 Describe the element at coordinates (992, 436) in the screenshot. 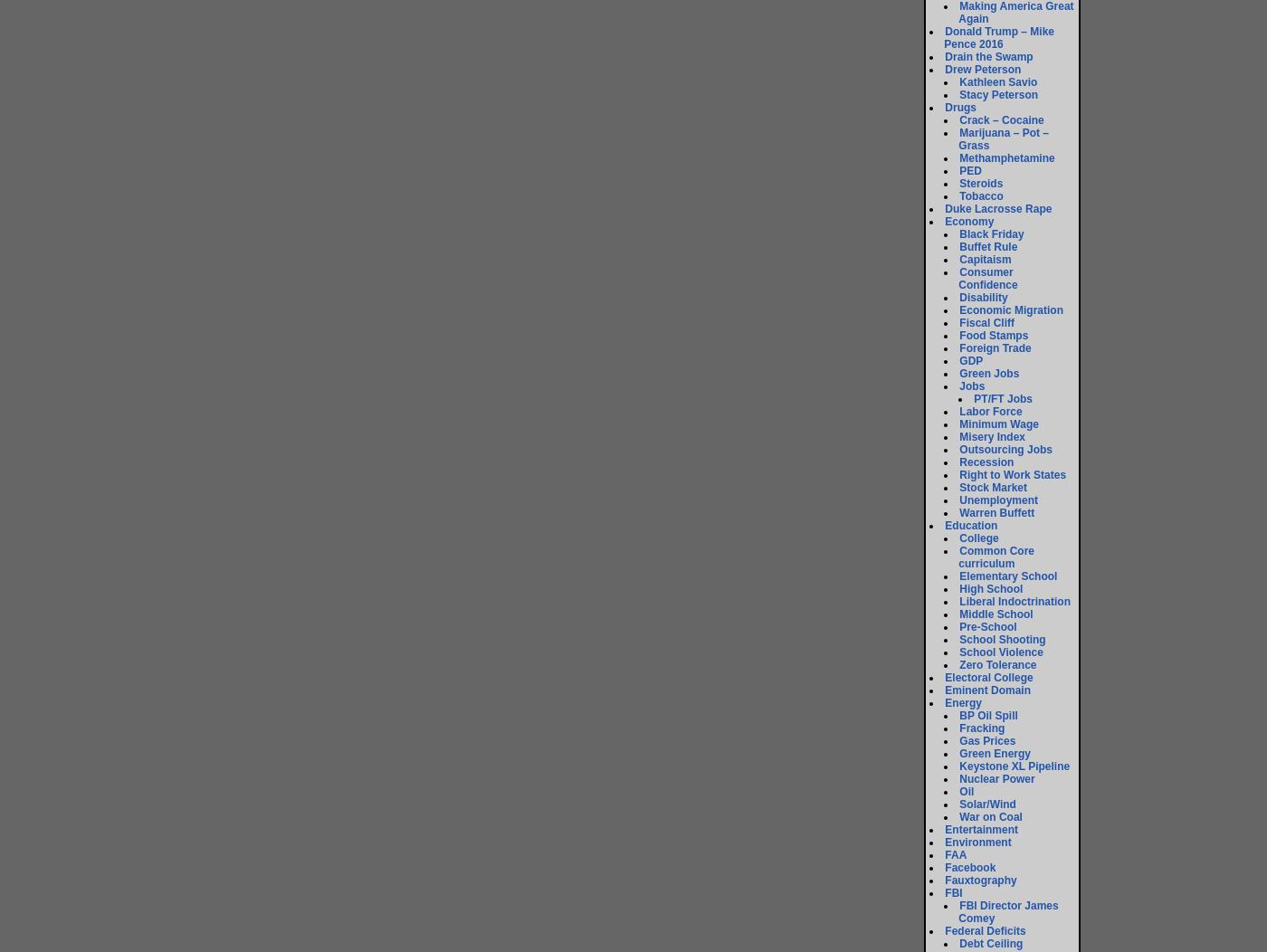

I see `'Misery Index'` at that location.